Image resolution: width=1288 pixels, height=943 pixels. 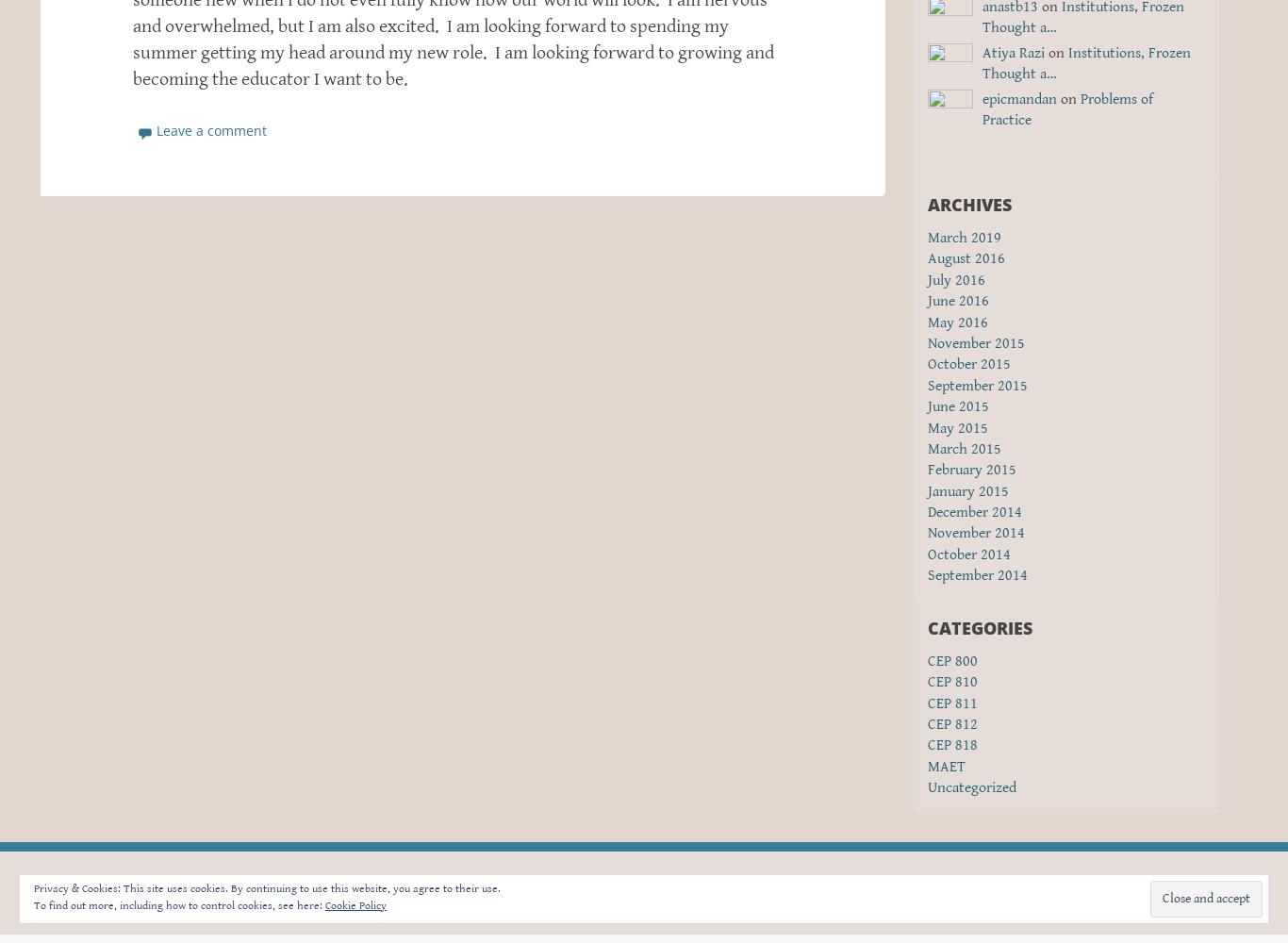 I want to click on 'CEP 811', so click(x=952, y=702).